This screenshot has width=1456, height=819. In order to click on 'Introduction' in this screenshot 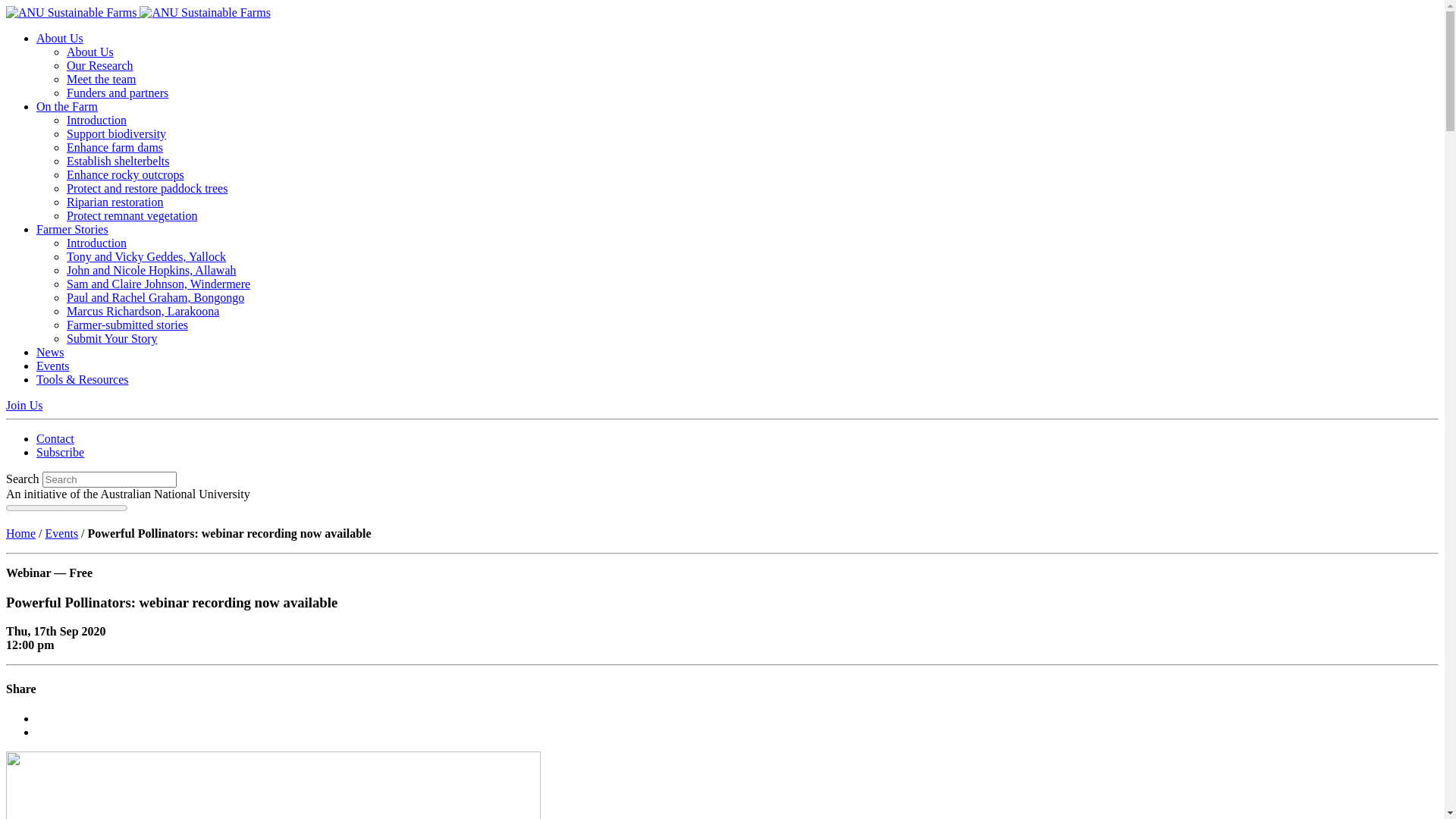, I will do `click(96, 242)`.